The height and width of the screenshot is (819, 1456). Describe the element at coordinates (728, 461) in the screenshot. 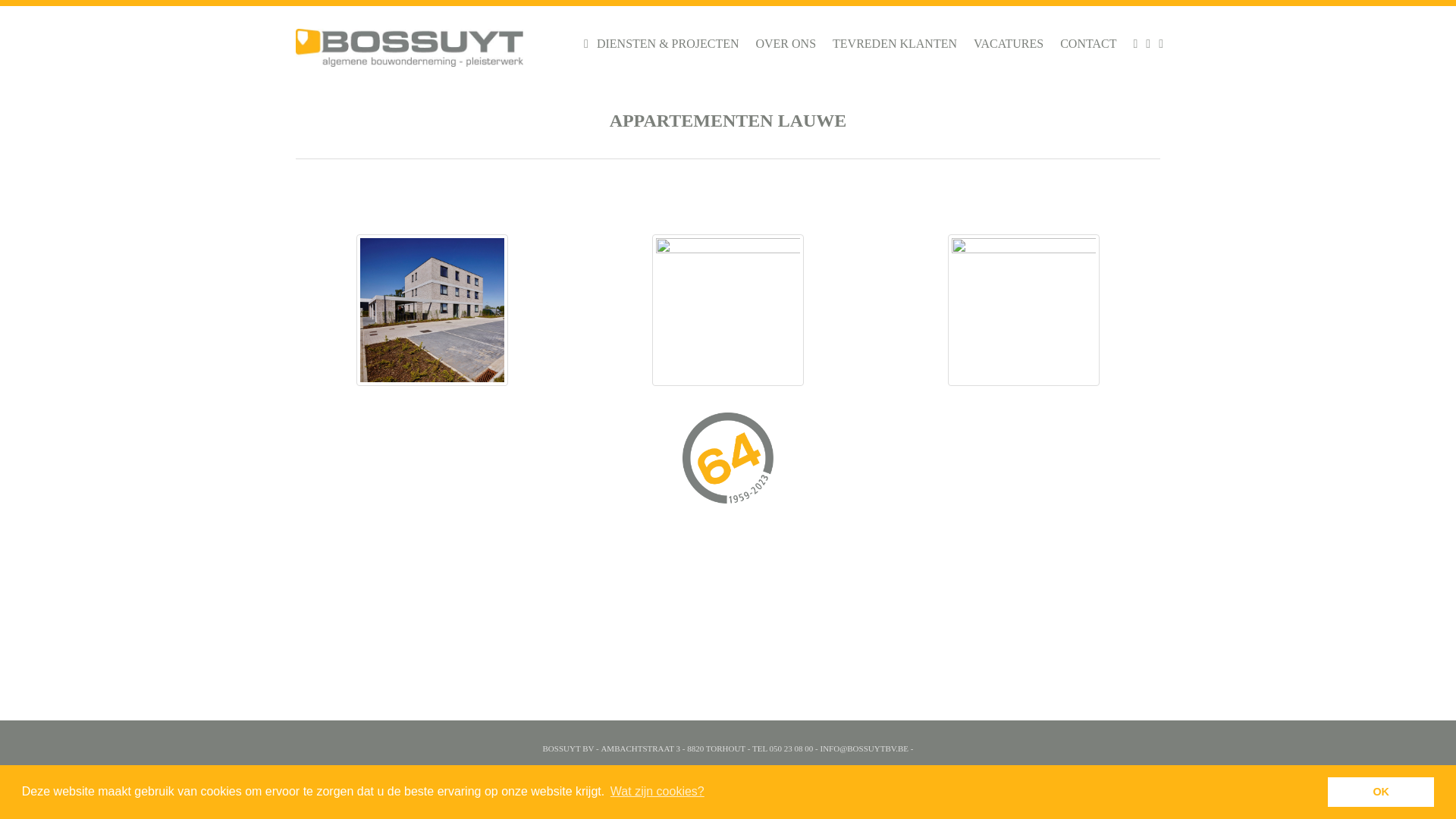

I see `'Bestaat meer dan 55 jaar'` at that location.